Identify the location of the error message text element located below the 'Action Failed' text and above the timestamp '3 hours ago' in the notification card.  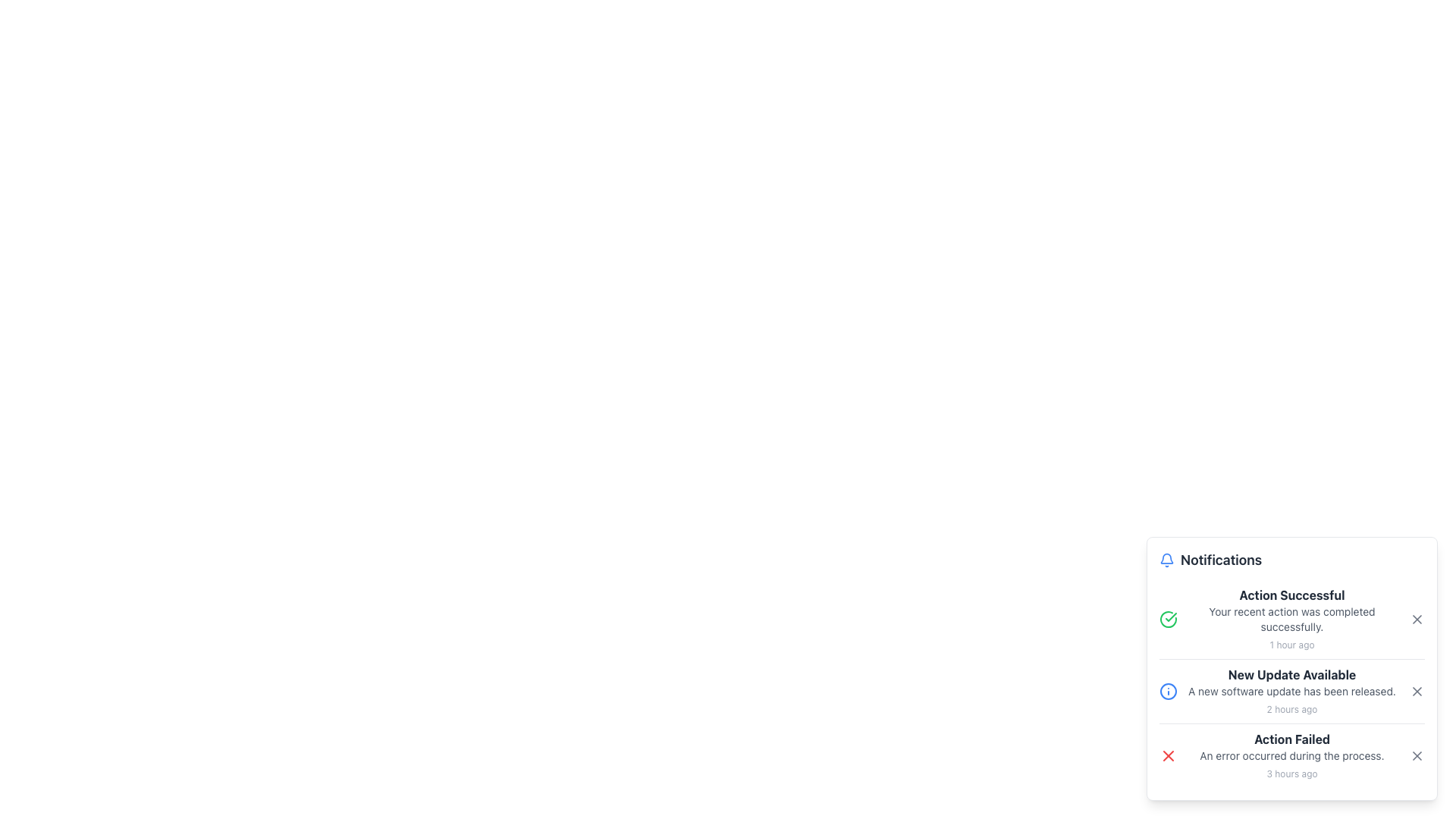
(1291, 755).